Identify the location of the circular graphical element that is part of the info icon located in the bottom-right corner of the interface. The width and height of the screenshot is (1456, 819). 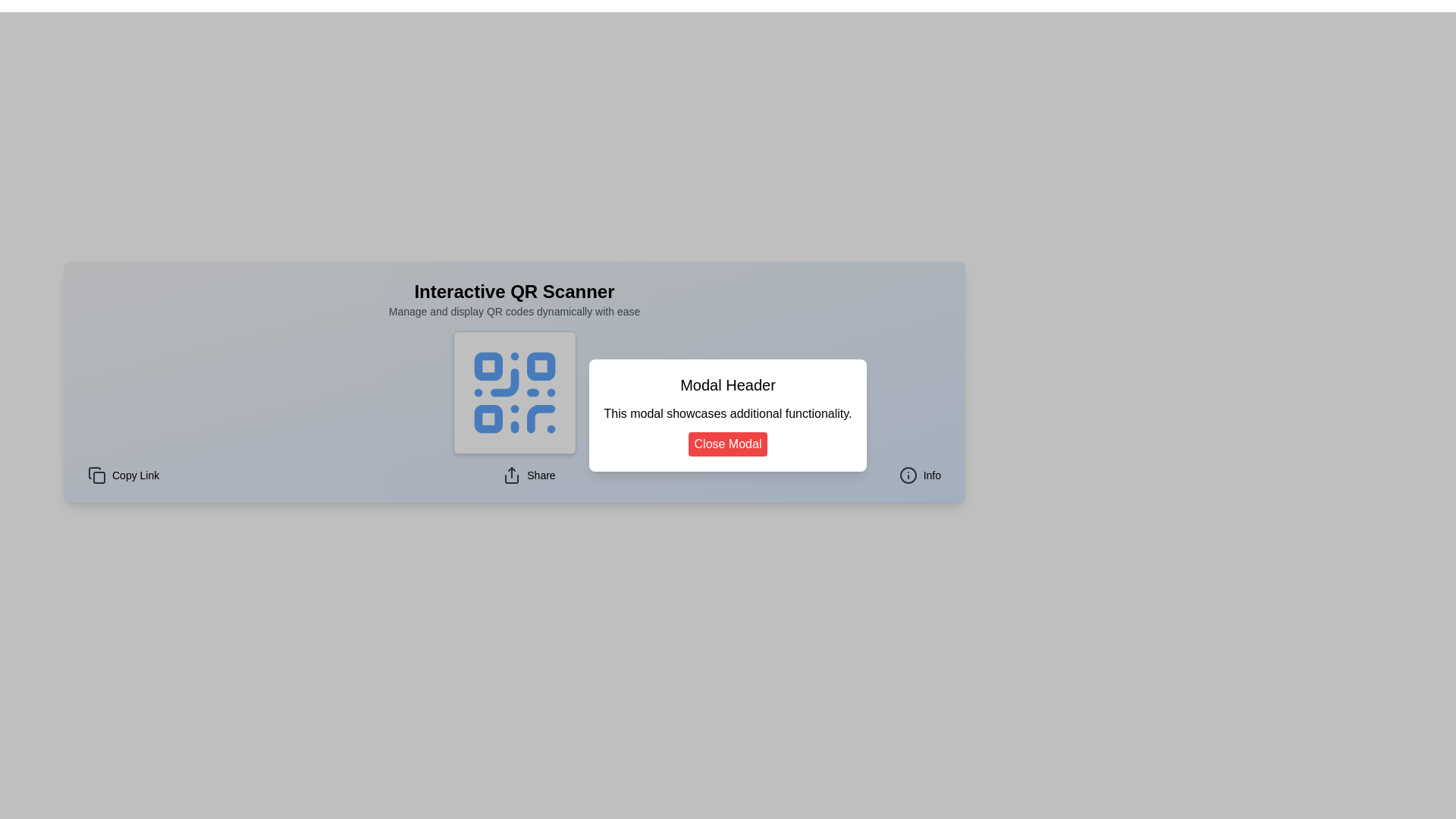
(908, 475).